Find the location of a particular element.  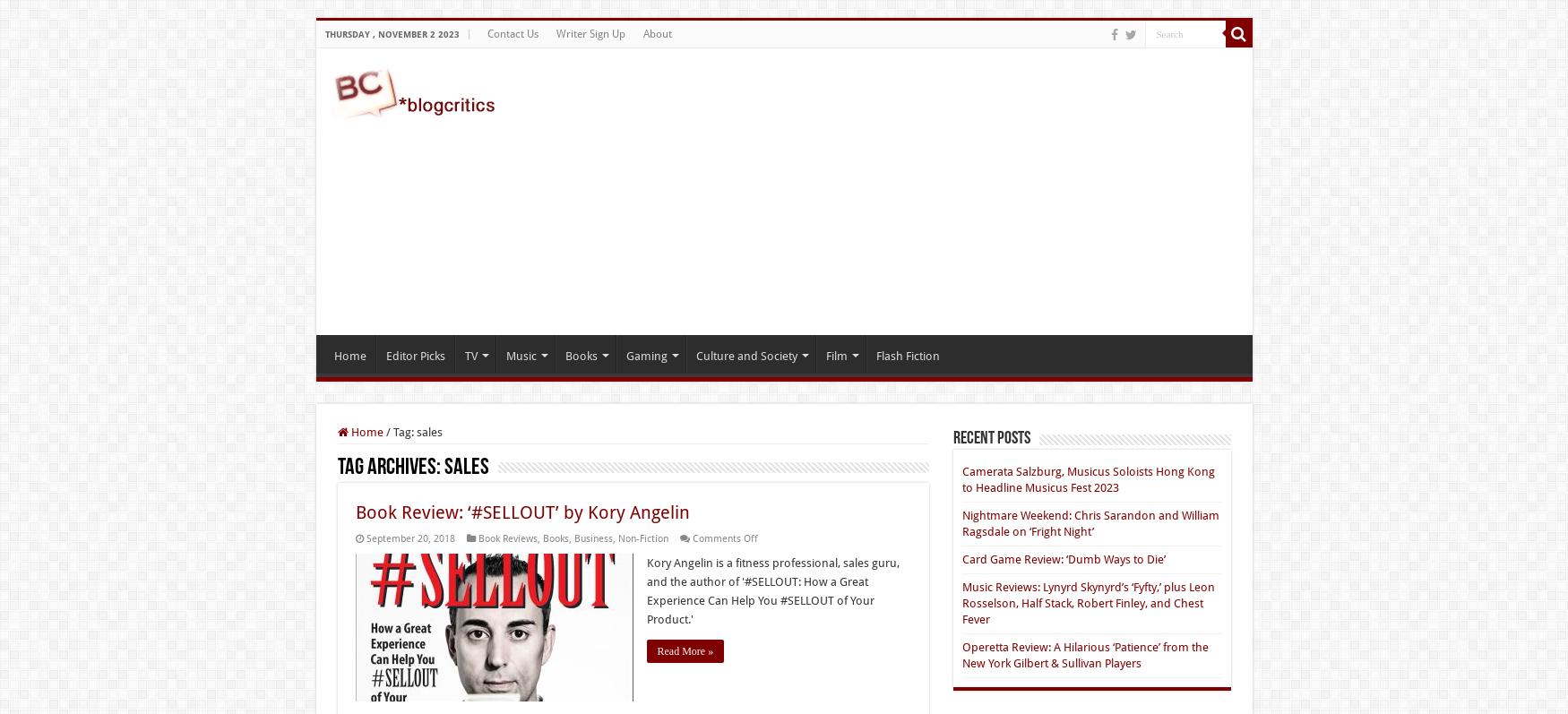

'Tag Archives:' is located at coordinates (389, 468).